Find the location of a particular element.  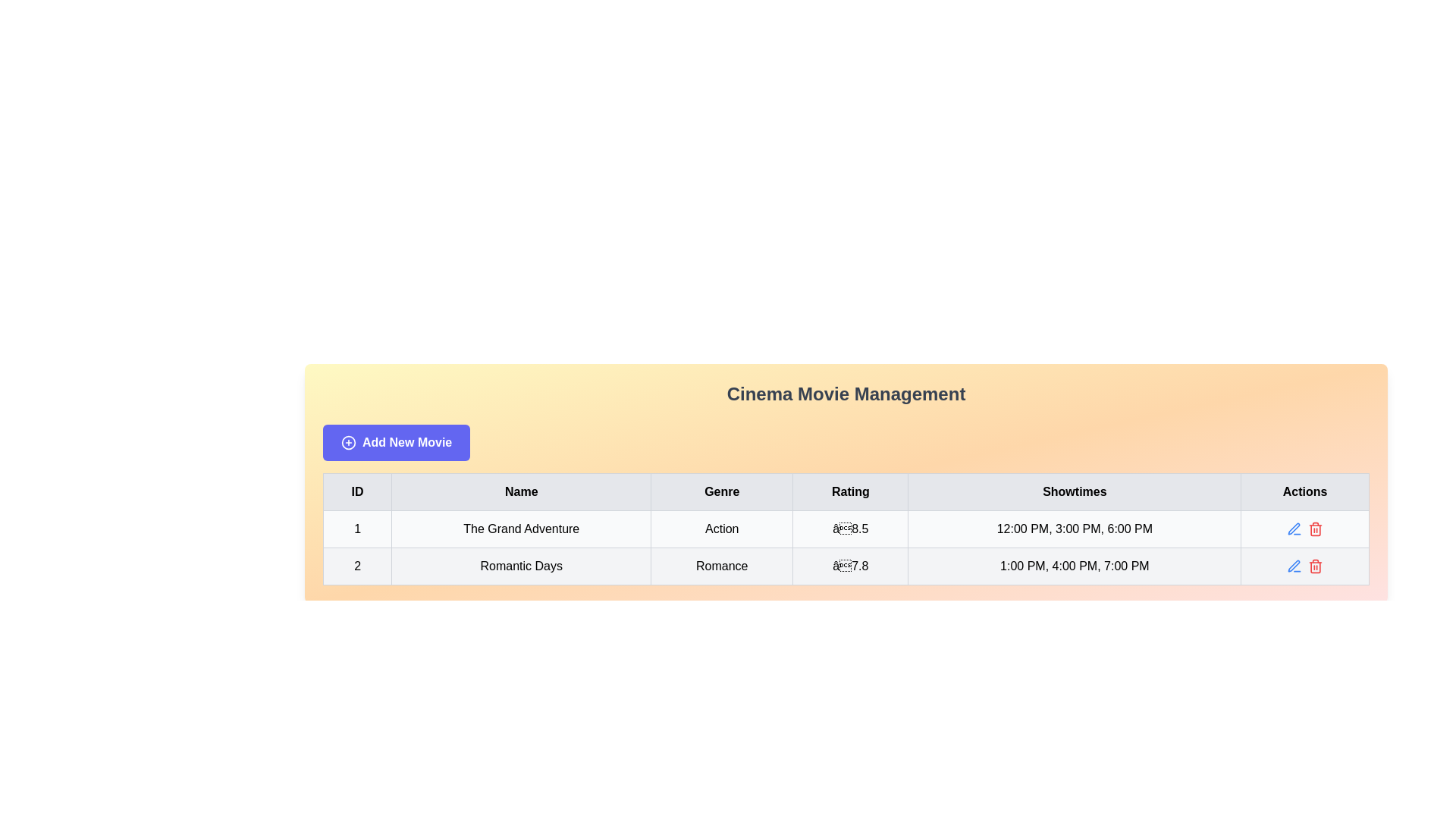

the red trash can icon button located in the 'Actions' column of the second row in the data table is located at coordinates (1315, 529).